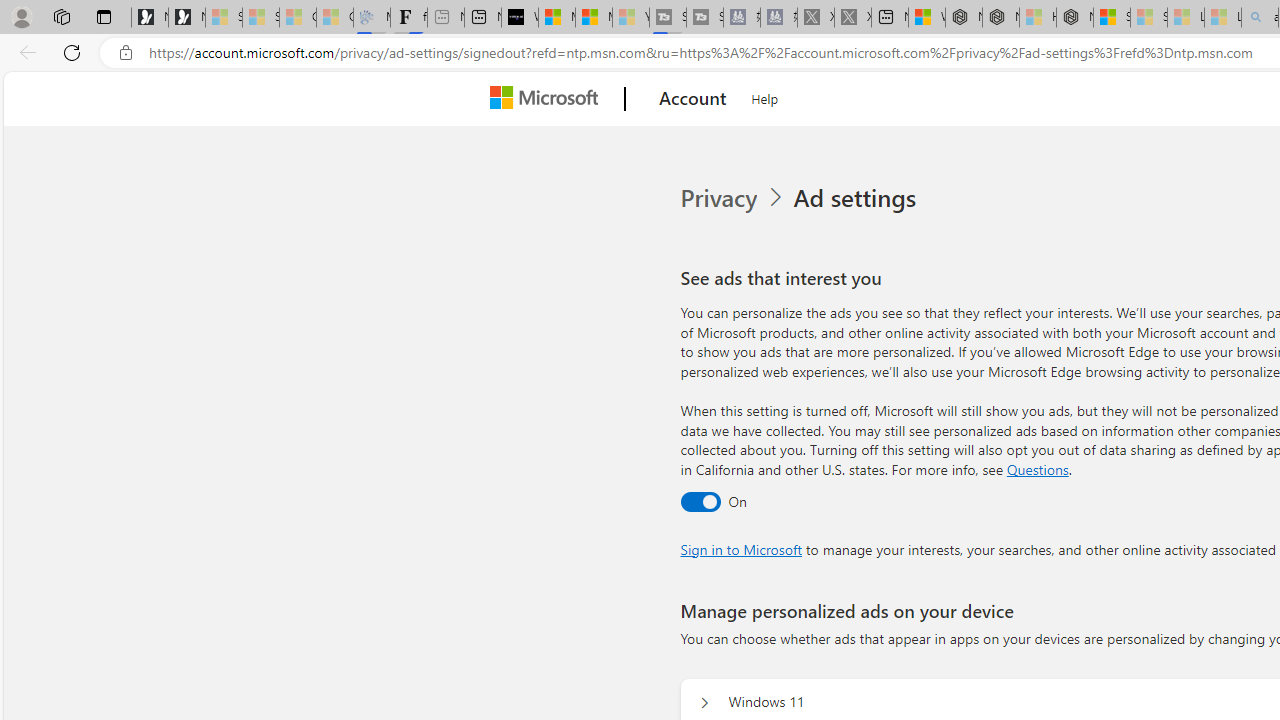 The height and width of the screenshot is (720, 1280). I want to click on 'Microsoft', so click(548, 99).